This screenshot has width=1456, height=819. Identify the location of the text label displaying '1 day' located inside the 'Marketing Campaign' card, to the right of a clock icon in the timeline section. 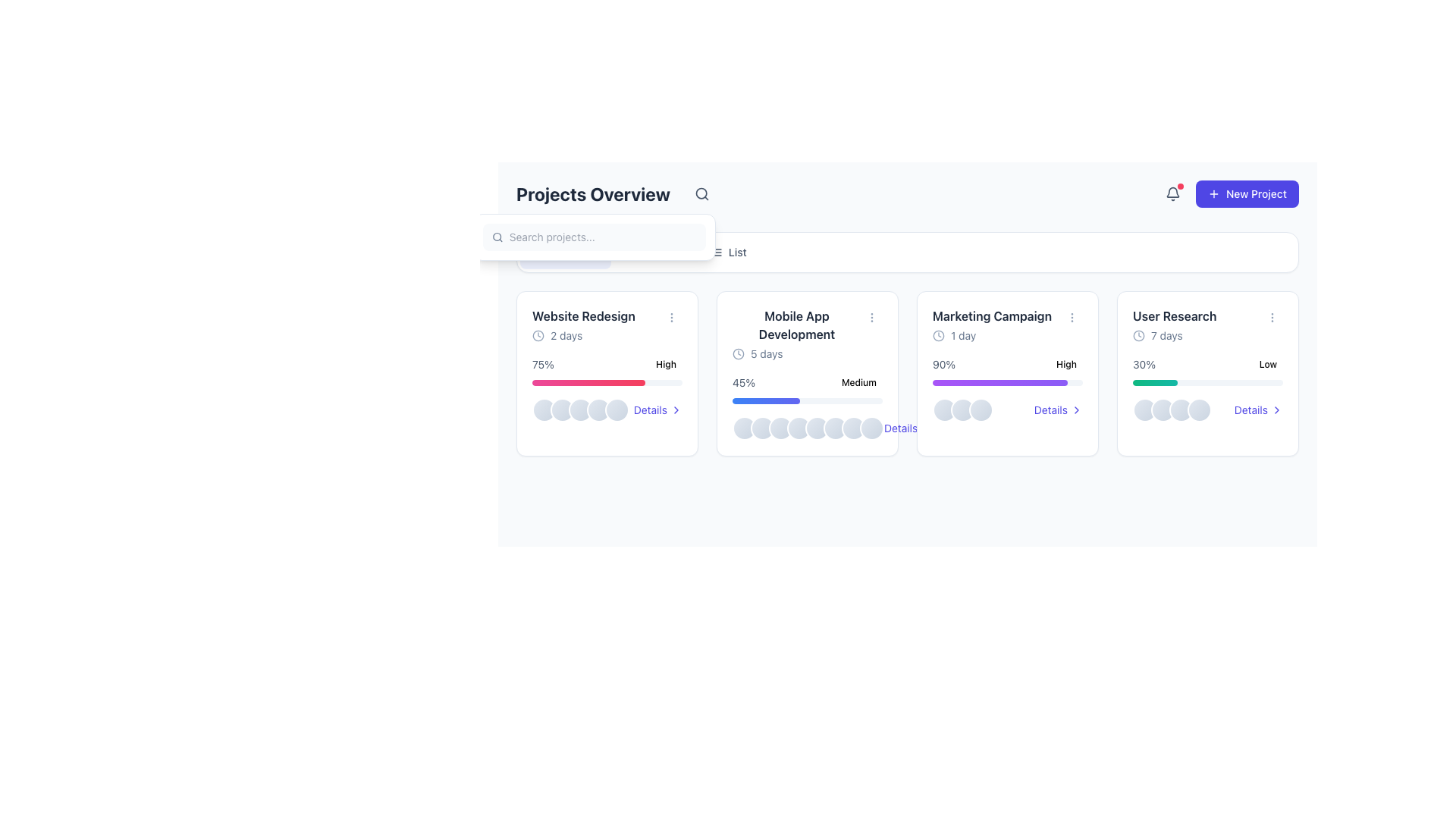
(962, 335).